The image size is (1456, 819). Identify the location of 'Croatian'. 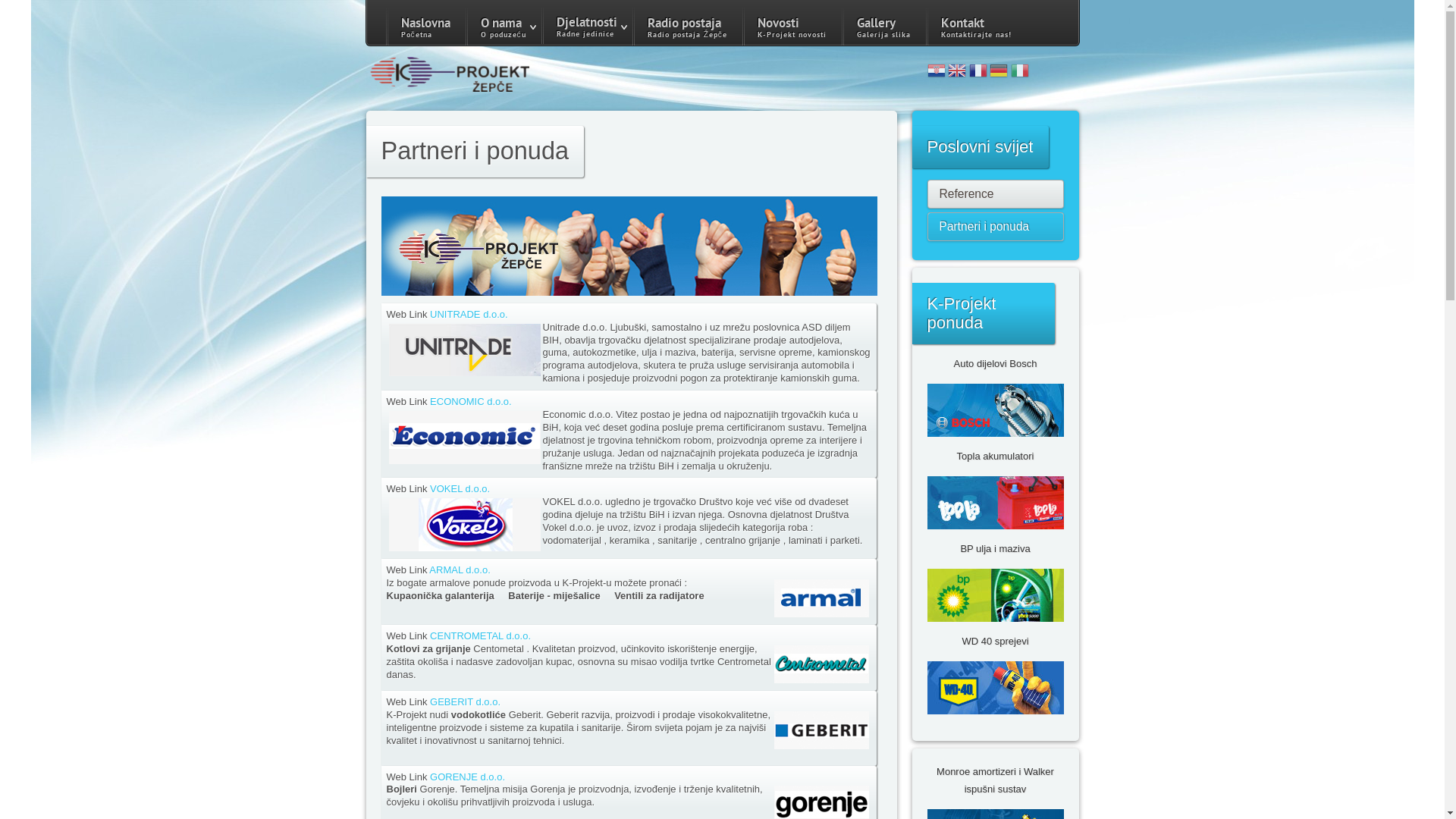
(934, 72).